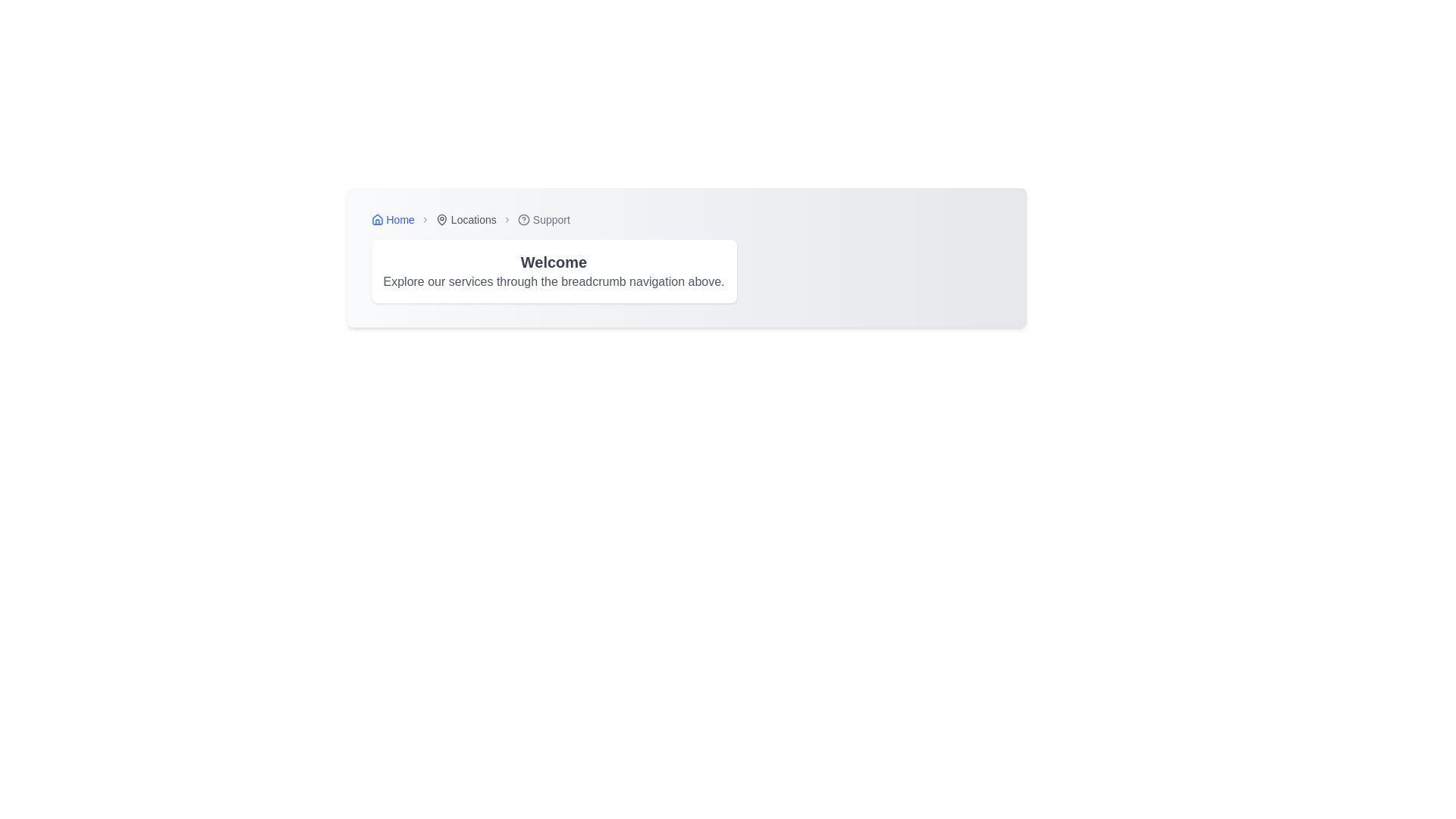 This screenshot has height=819, width=1456. What do you see at coordinates (393, 219) in the screenshot?
I see `the Anchor link located at the far-left of the breadcrumb navigation bar` at bounding box center [393, 219].